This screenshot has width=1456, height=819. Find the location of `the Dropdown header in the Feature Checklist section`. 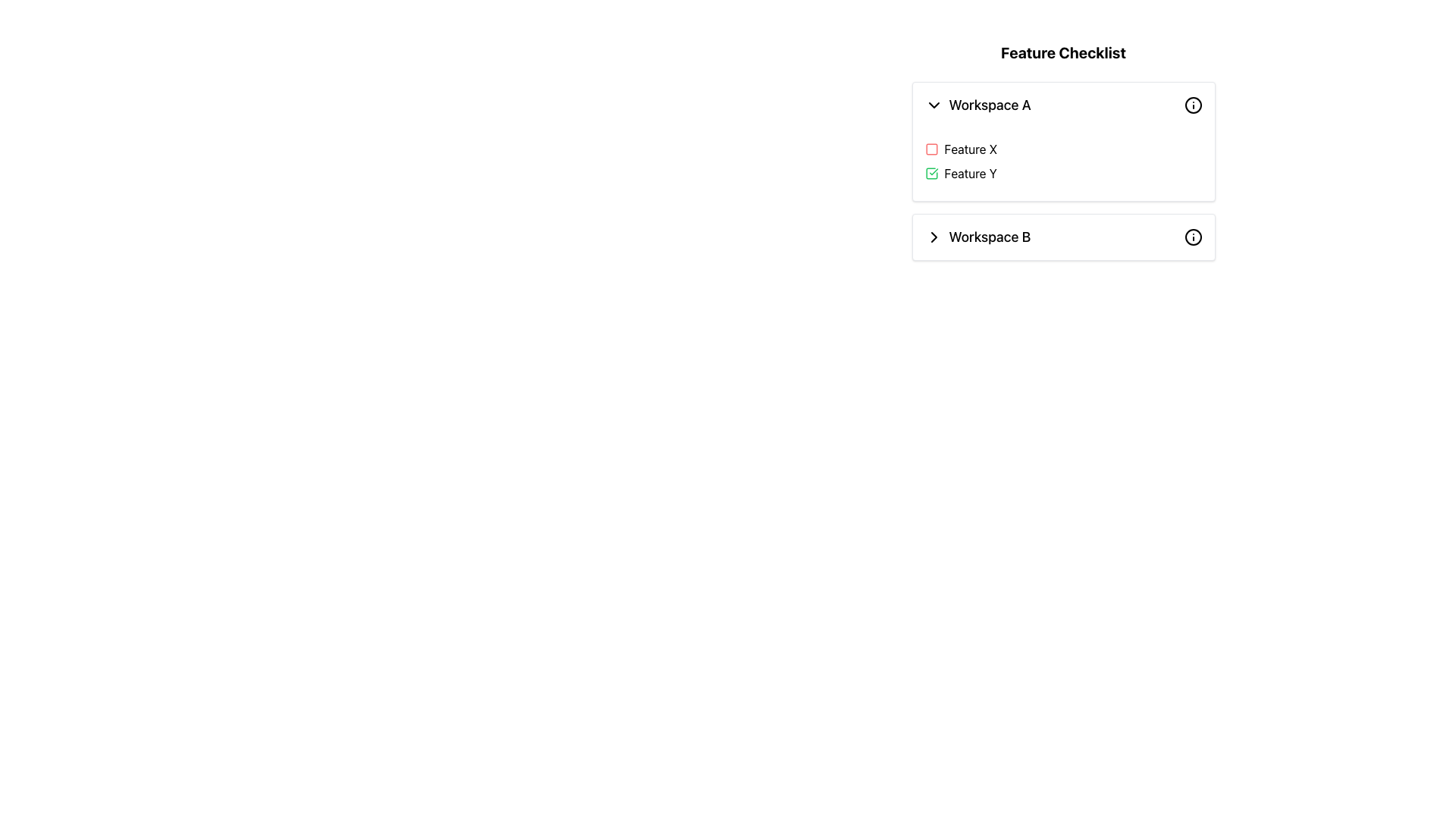

the Dropdown header in the Feature Checklist section is located at coordinates (977, 104).